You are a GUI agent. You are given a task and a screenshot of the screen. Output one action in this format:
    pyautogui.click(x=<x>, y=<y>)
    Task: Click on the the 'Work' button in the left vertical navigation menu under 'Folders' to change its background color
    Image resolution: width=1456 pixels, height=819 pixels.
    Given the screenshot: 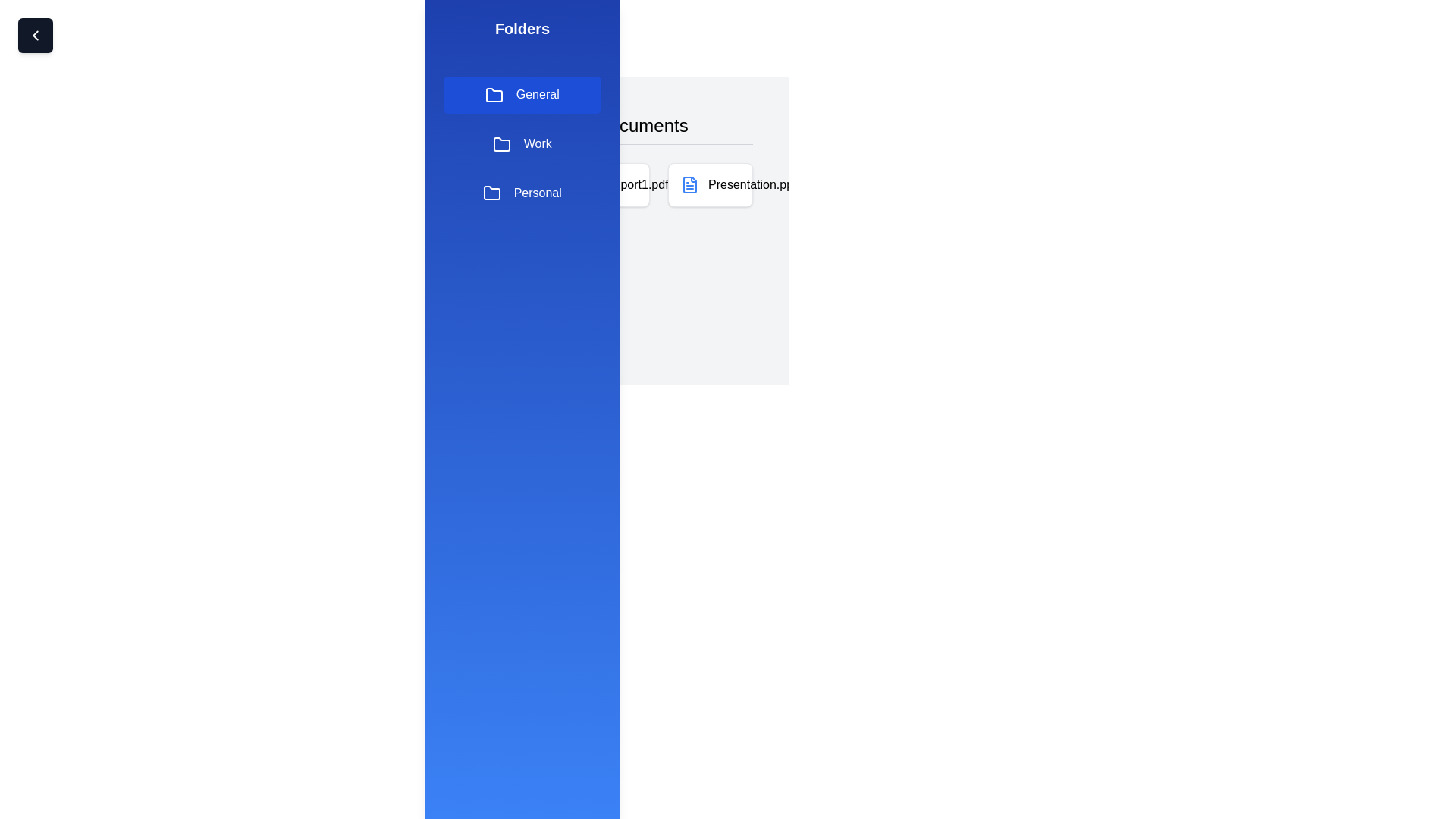 What is the action you would take?
    pyautogui.click(x=522, y=143)
    